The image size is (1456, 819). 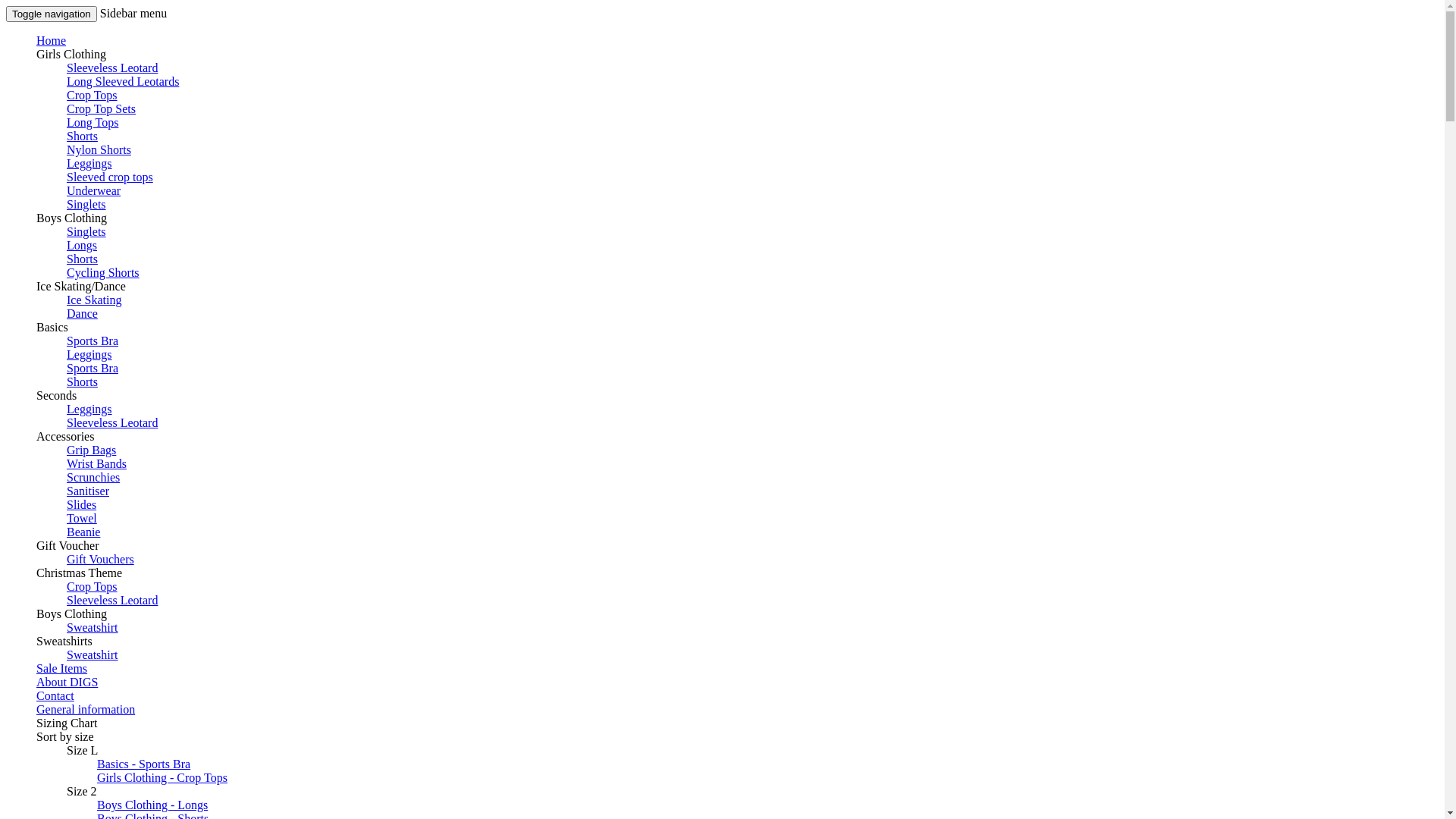 What do you see at coordinates (80, 790) in the screenshot?
I see `'Size 2'` at bounding box center [80, 790].